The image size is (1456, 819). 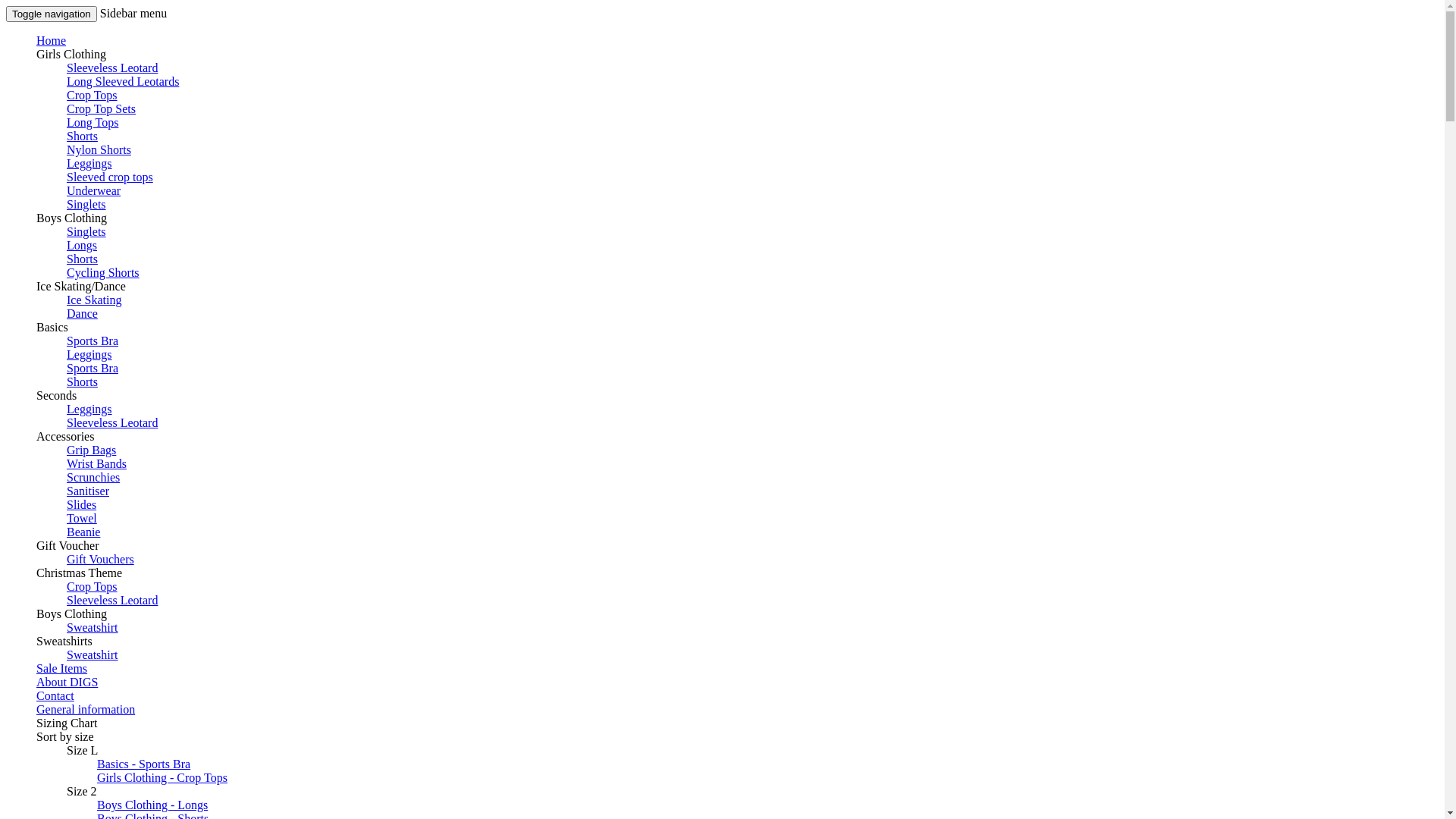 What do you see at coordinates (80, 790) in the screenshot?
I see `'Size 2'` at bounding box center [80, 790].